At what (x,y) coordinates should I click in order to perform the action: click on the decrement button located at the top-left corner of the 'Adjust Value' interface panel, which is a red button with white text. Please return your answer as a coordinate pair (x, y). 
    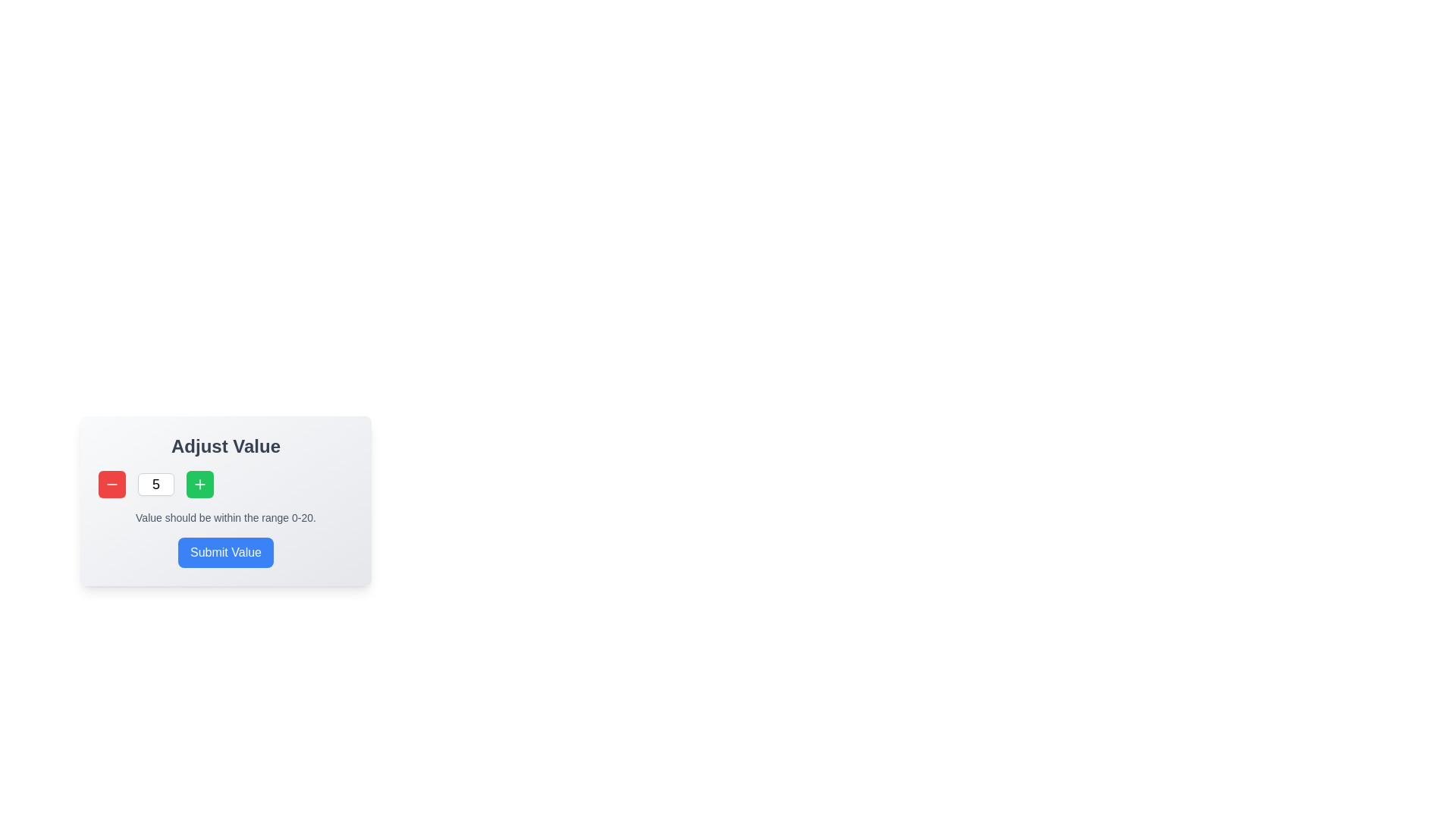
    Looking at the image, I should click on (111, 485).